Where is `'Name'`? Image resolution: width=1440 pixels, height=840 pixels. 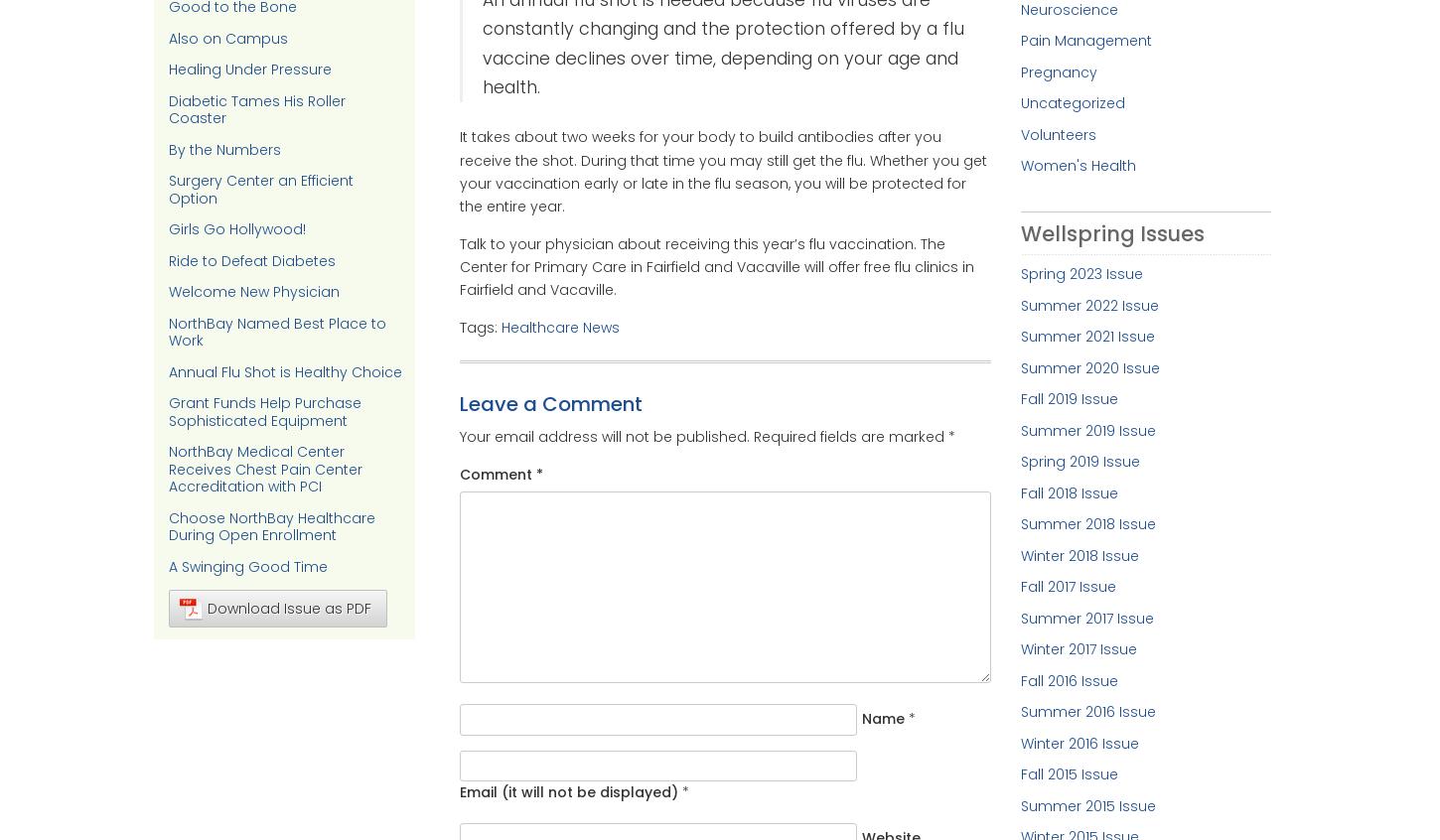 'Name' is located at coordinates (881, 718).